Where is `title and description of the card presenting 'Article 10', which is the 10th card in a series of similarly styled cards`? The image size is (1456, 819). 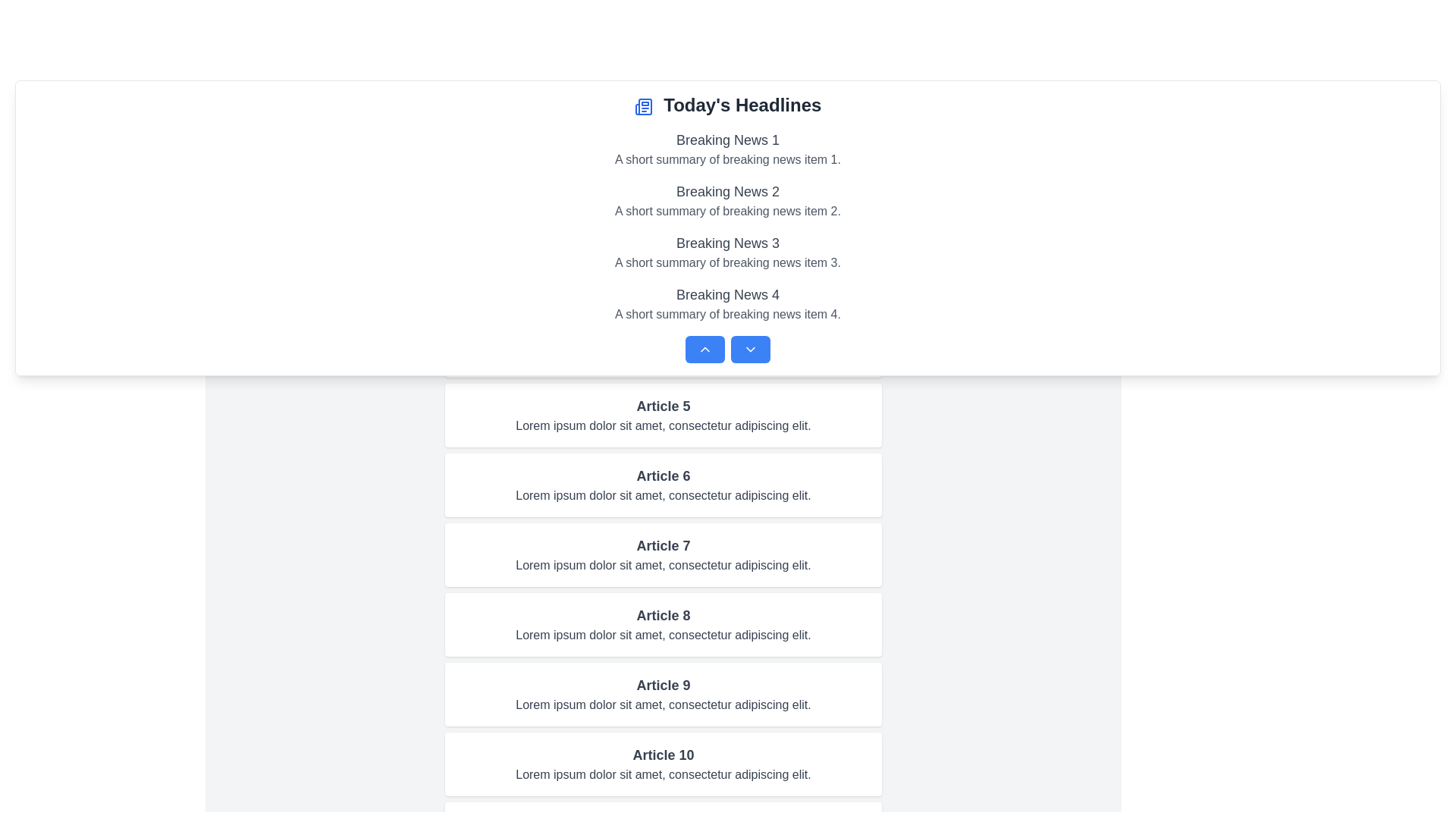 title and description of the card presenting 'Article 10', which is the 10th card in a series of similarly styled cards is located at coordinates (663, 764).